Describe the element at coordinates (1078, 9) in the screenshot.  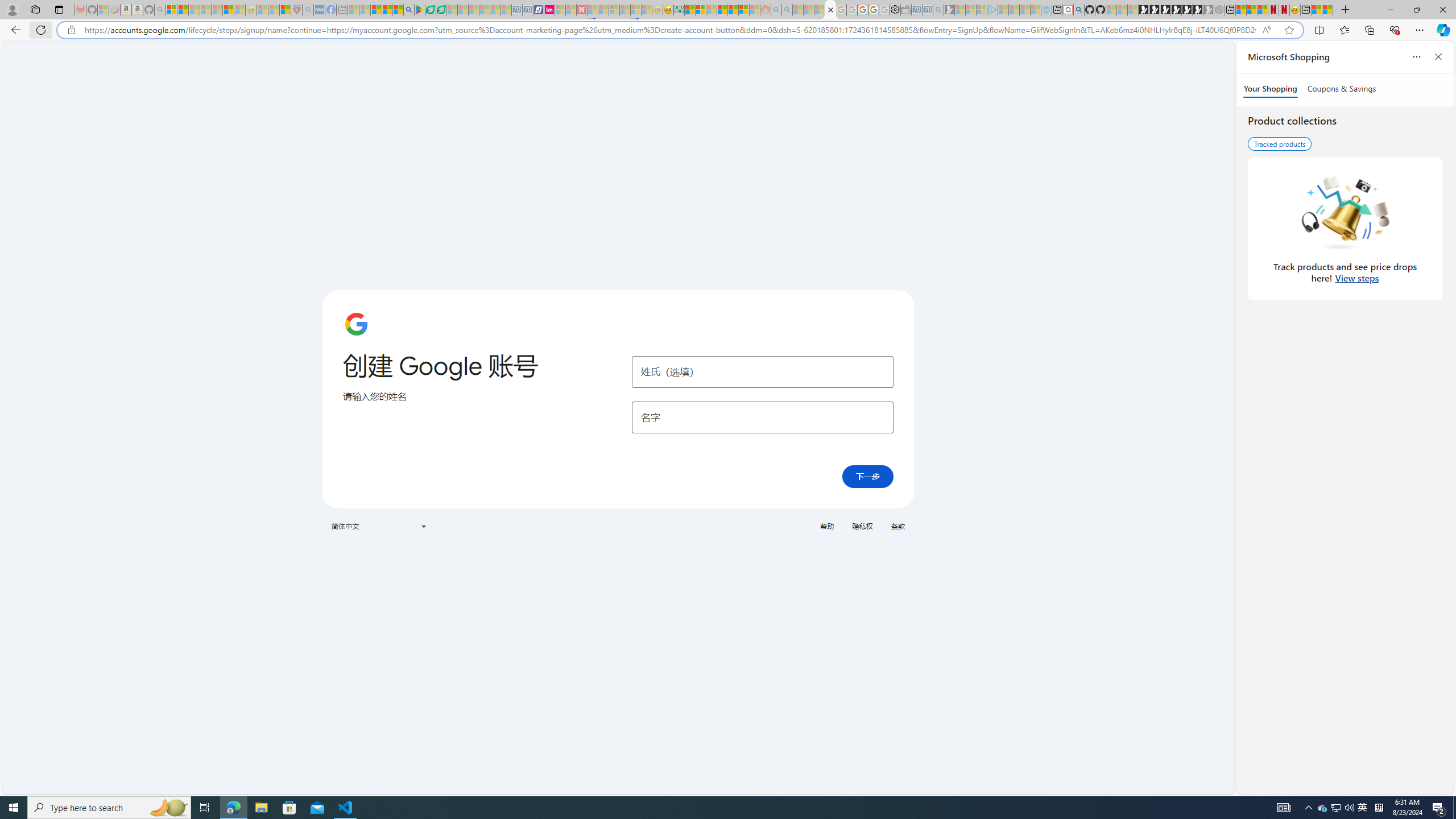
I see `'github - Search'` at that location.